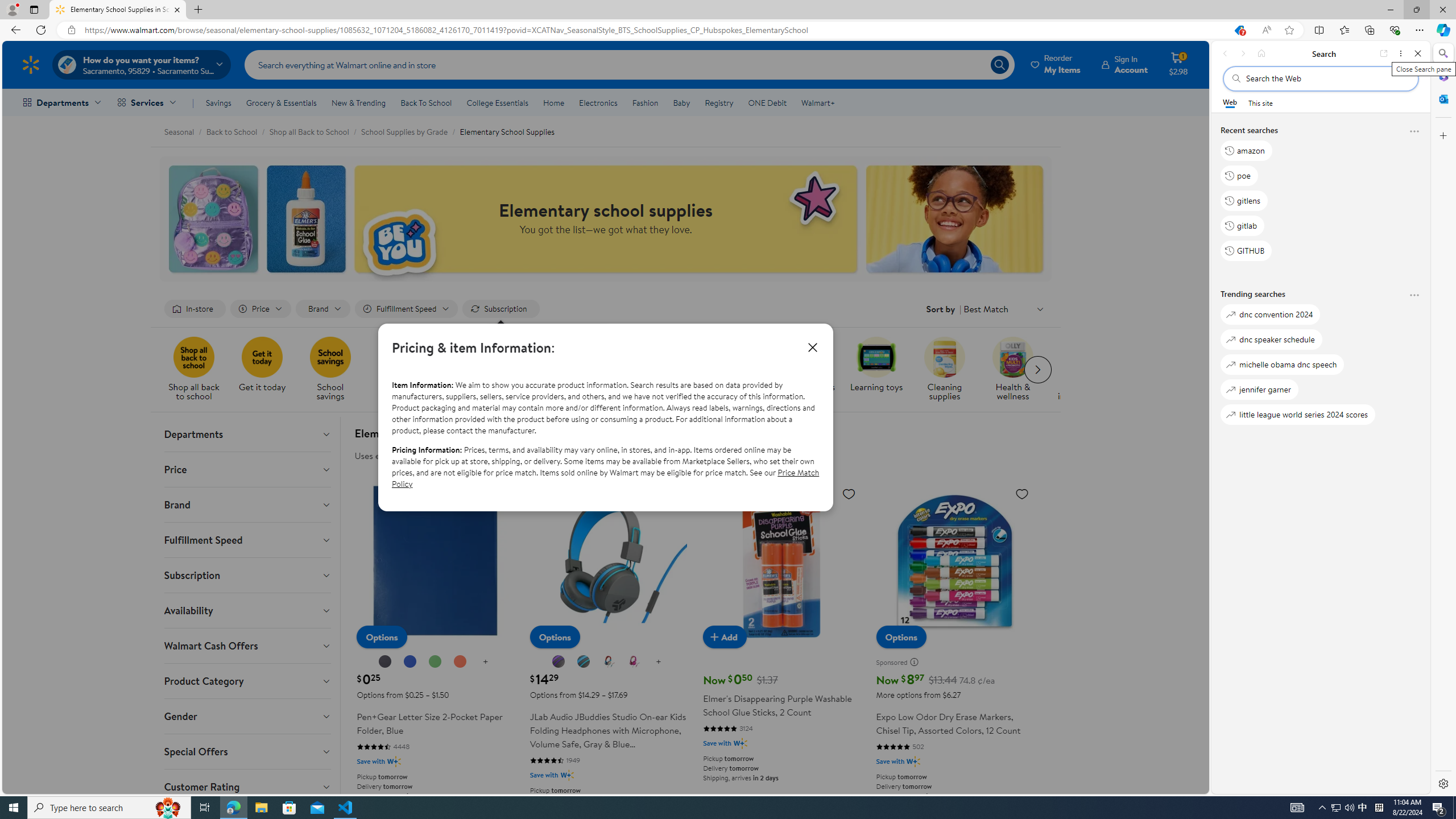 This screenshot has width=1456, height=819. What do you see at coordinates (1270, 314) in the screenshot?
I see `'dnc convention 2024'` at bounding box center [1270, 314].